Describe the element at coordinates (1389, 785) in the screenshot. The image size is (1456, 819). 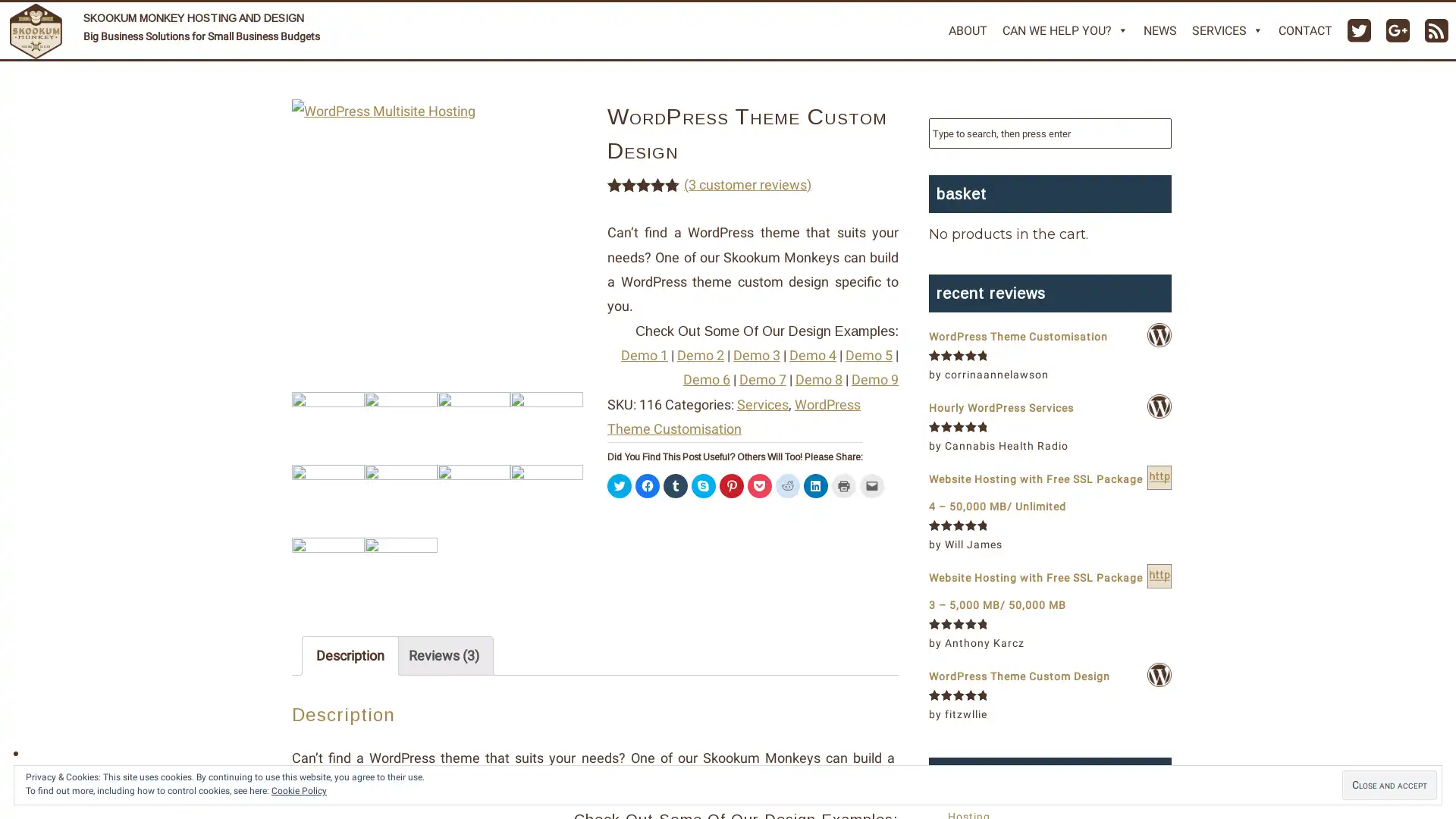
I see `Close and accept` at that location.